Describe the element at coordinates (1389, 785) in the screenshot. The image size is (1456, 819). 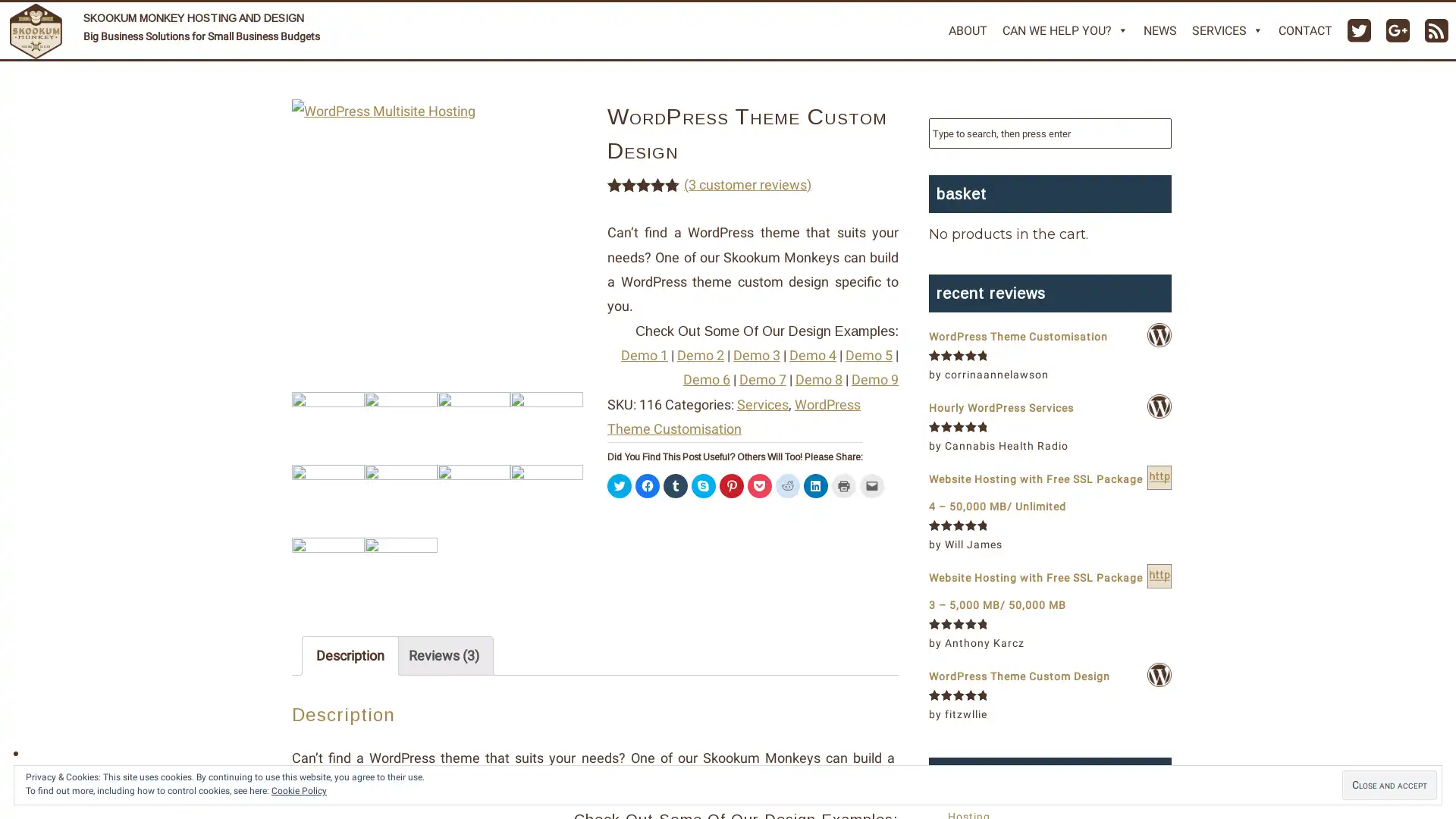
I see `Close and accept` at that location.